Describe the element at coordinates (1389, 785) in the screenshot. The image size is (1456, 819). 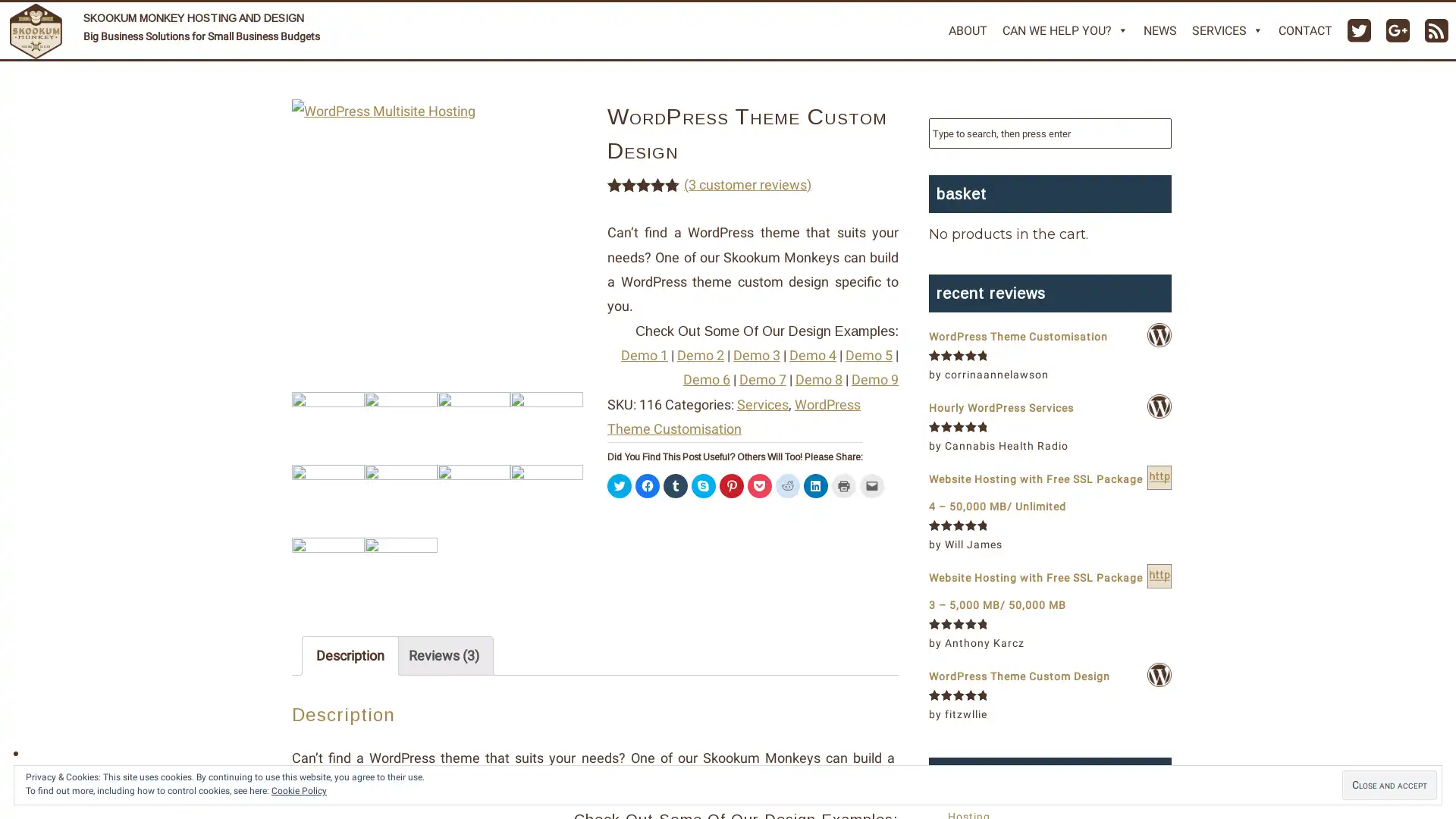
I see `Close and accept` at that location.